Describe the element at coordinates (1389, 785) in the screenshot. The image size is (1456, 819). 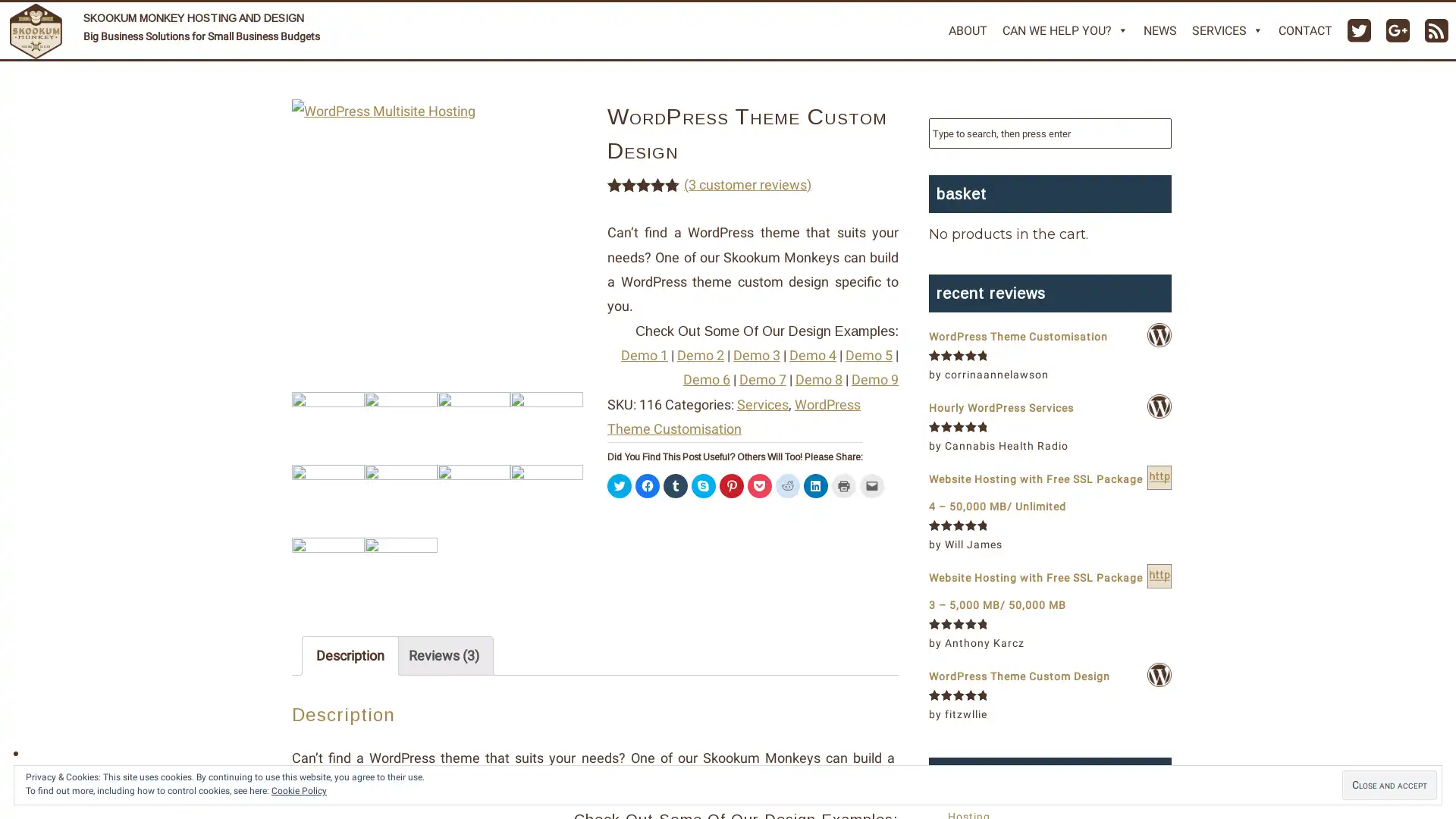
I see `Close and accept` at that location.